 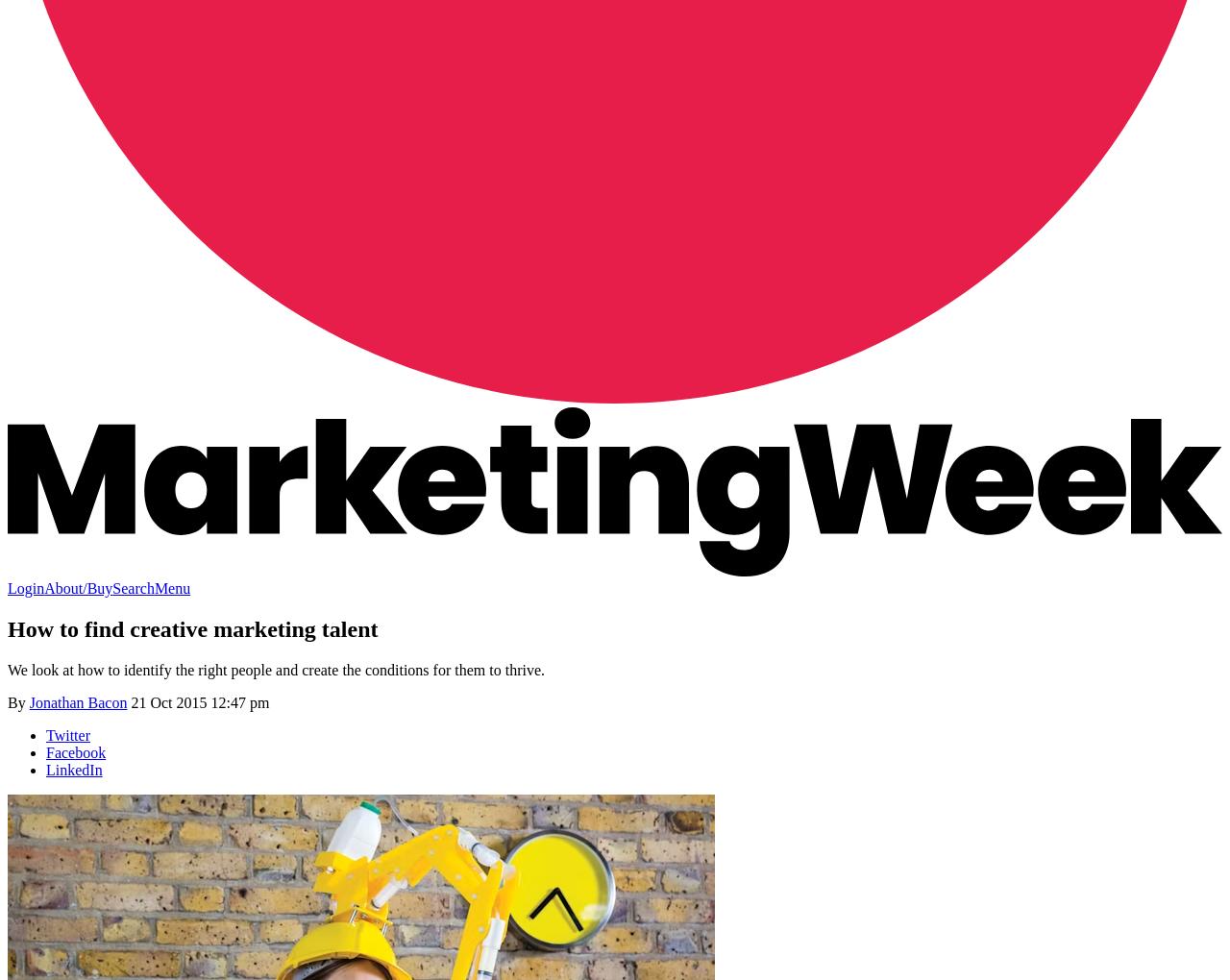 What do you see at coordinates (171, 586) in the screenshot?
I see `'Menu'` at bounding box center [171, 586].